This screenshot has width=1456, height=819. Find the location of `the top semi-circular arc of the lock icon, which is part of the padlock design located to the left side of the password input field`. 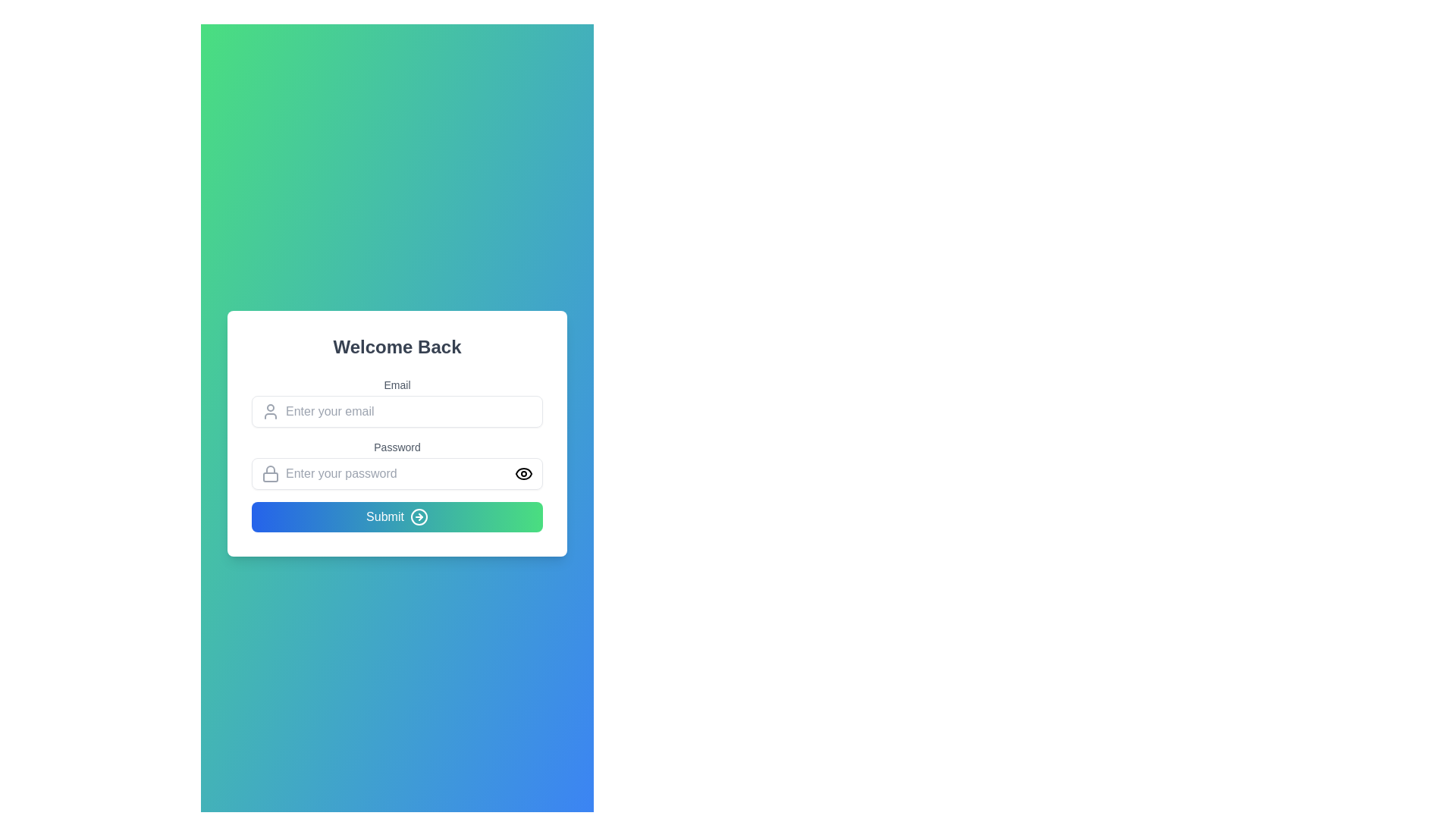

the top semi-circular arc of the lock icon, which is part of the padlock design located to the left side of the password input field is located at coordinates (270, 469).